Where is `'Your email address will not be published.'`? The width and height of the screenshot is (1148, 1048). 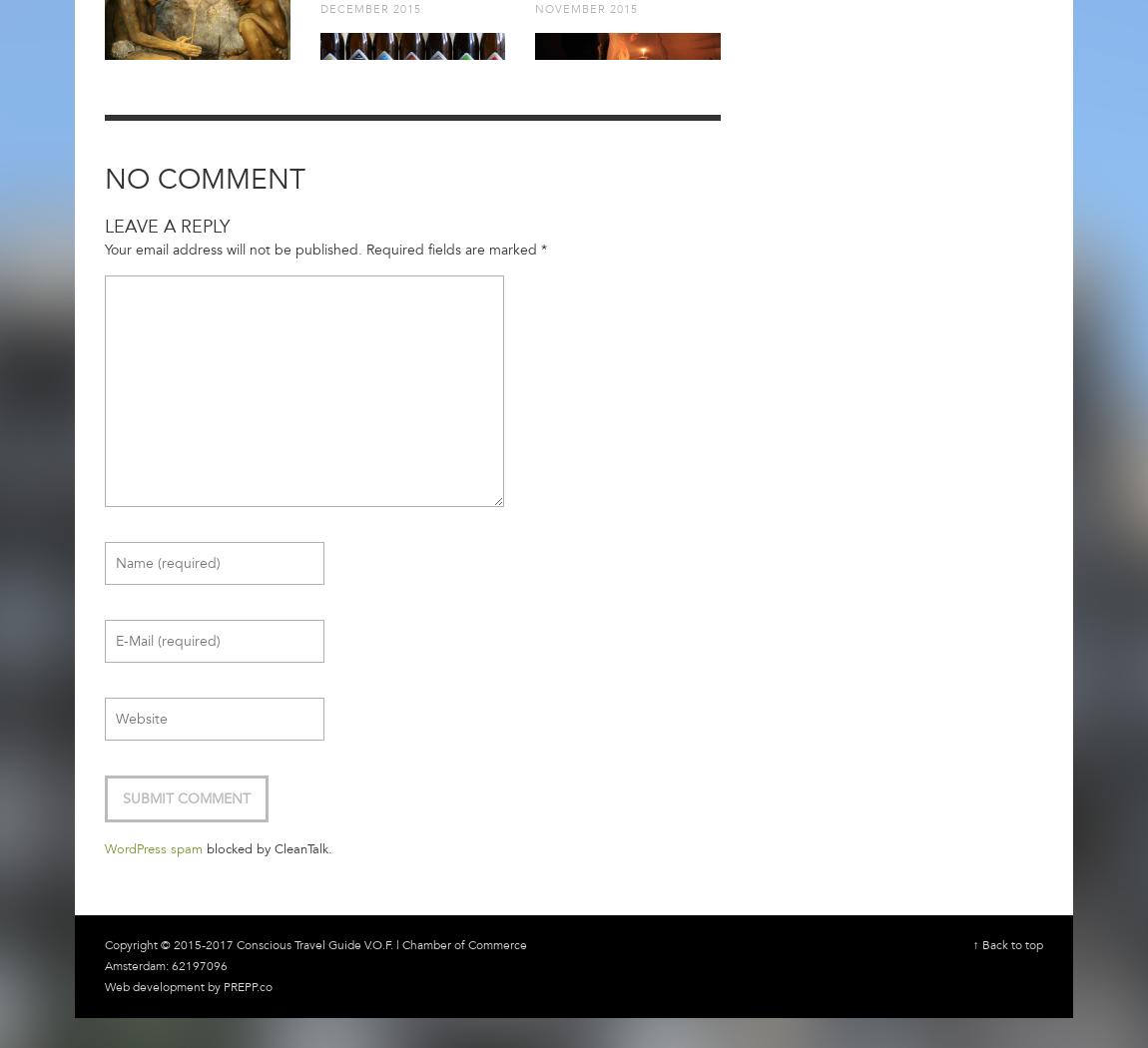
'Your email address will not be published.' is located at coordinates (103, 250).